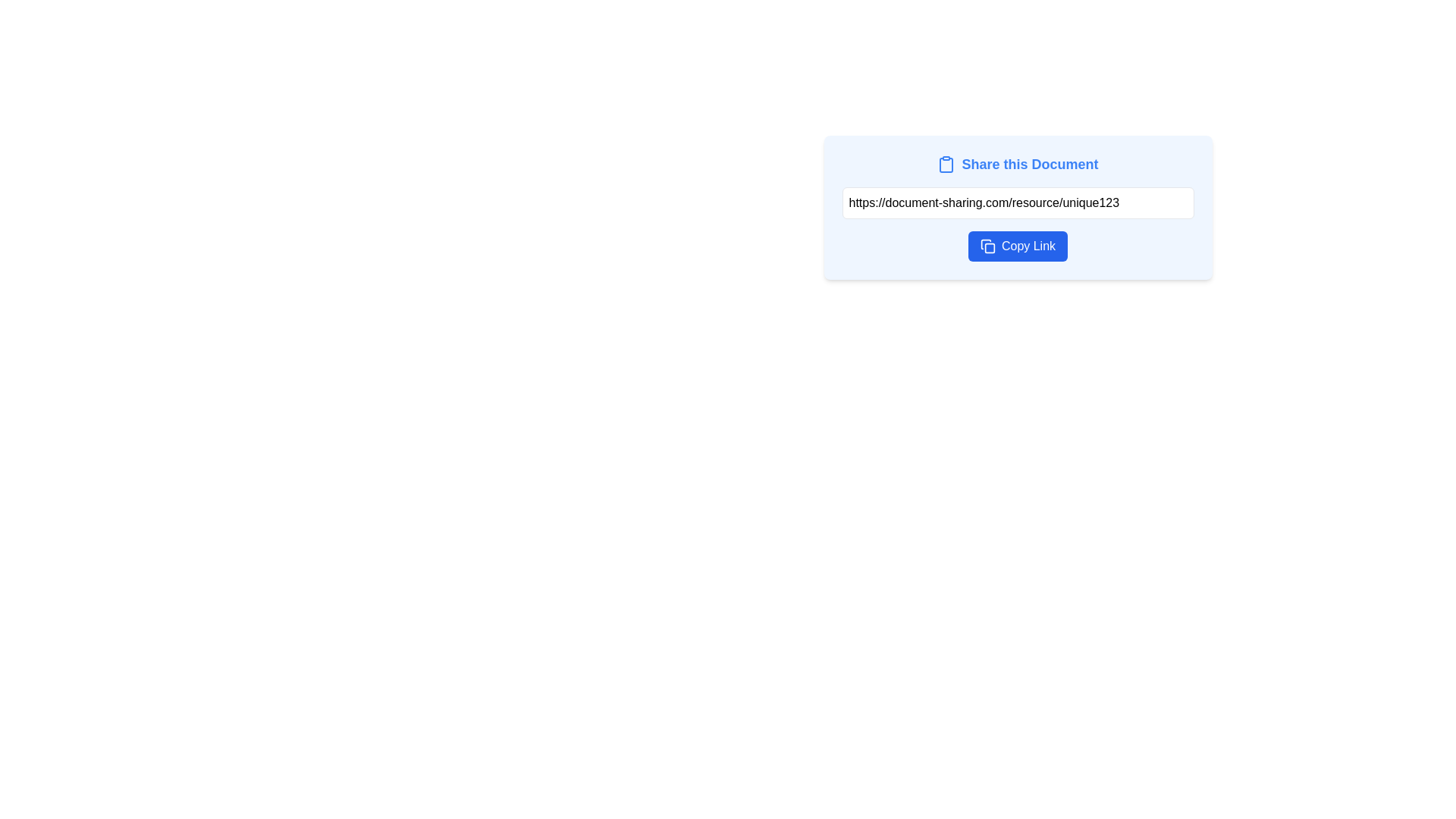 This screenshot has width=1456, height=819. What do you see at coordinates (1018, 245) in the screenshot?
I see `the button located in the light blue sharing options box to copy the displayed URL to the clipboard` at bounding box center [1018, 245].